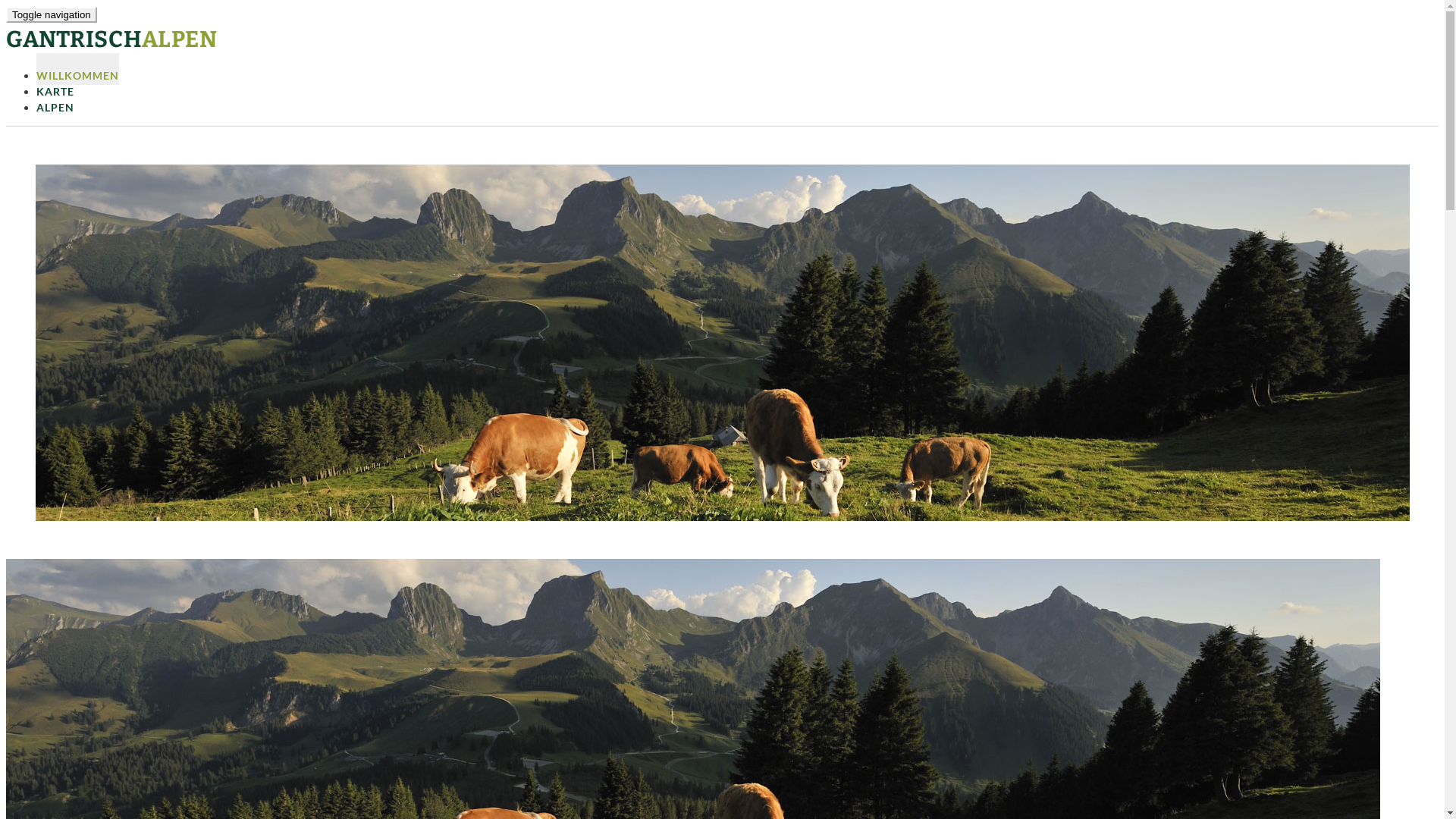  Describe the element at coordinates (55, 100) in the screenshot. I see `'ALPEN'` at that location.